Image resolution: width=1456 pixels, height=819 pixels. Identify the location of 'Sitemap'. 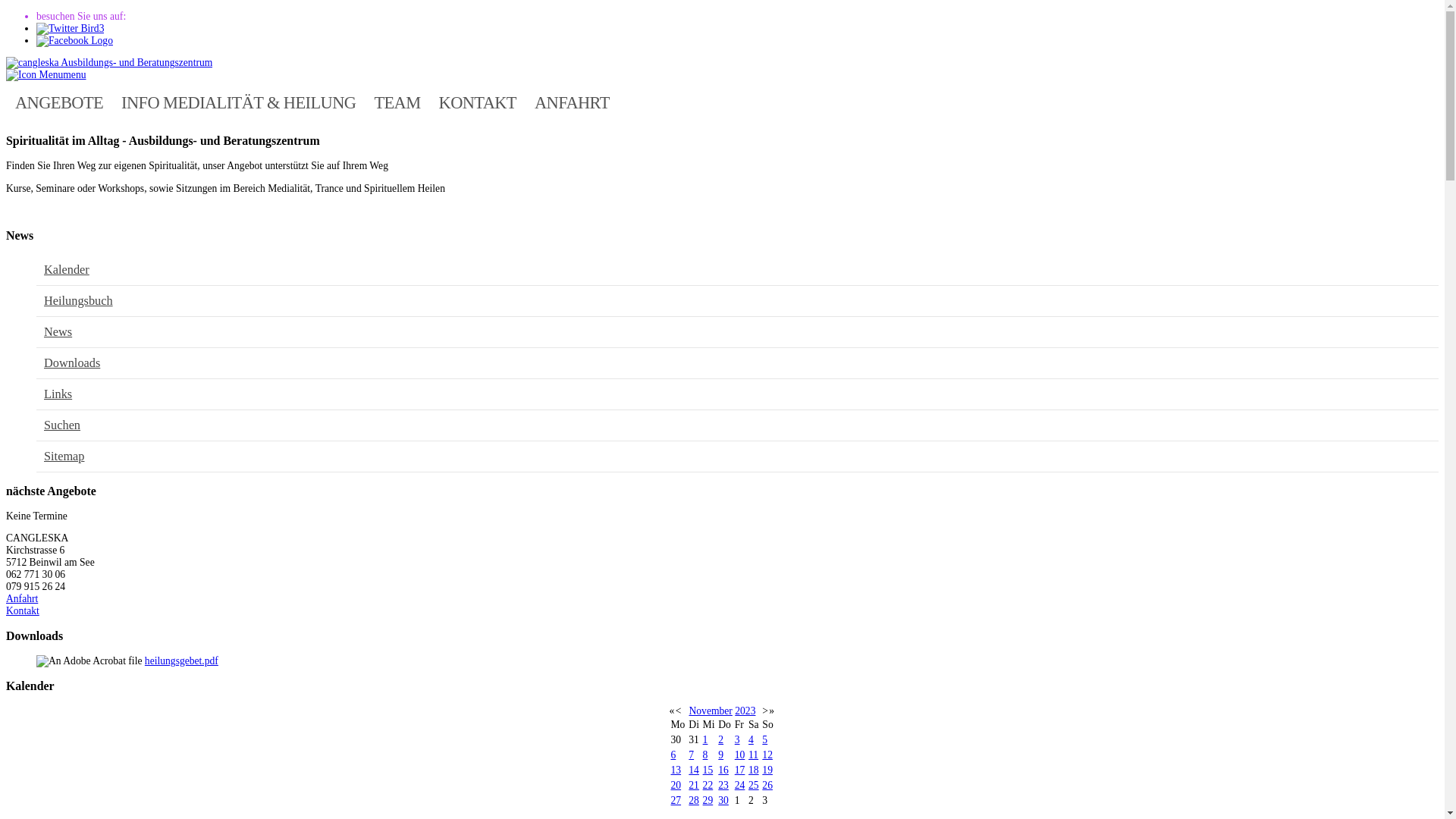
(63, 455).